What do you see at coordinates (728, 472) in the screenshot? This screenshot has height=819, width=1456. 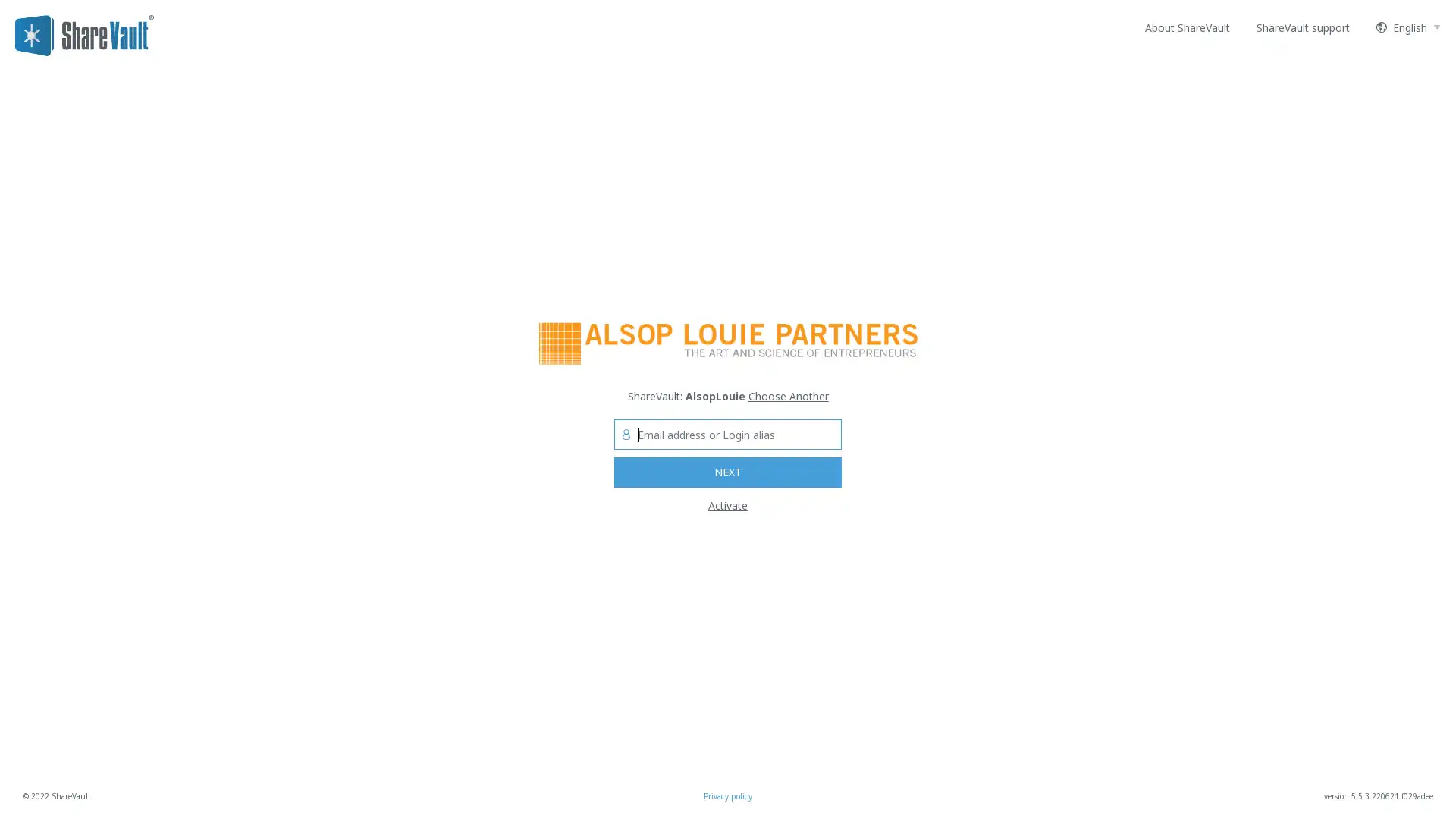 I see `NEXT` at bounding box center [728, 472].